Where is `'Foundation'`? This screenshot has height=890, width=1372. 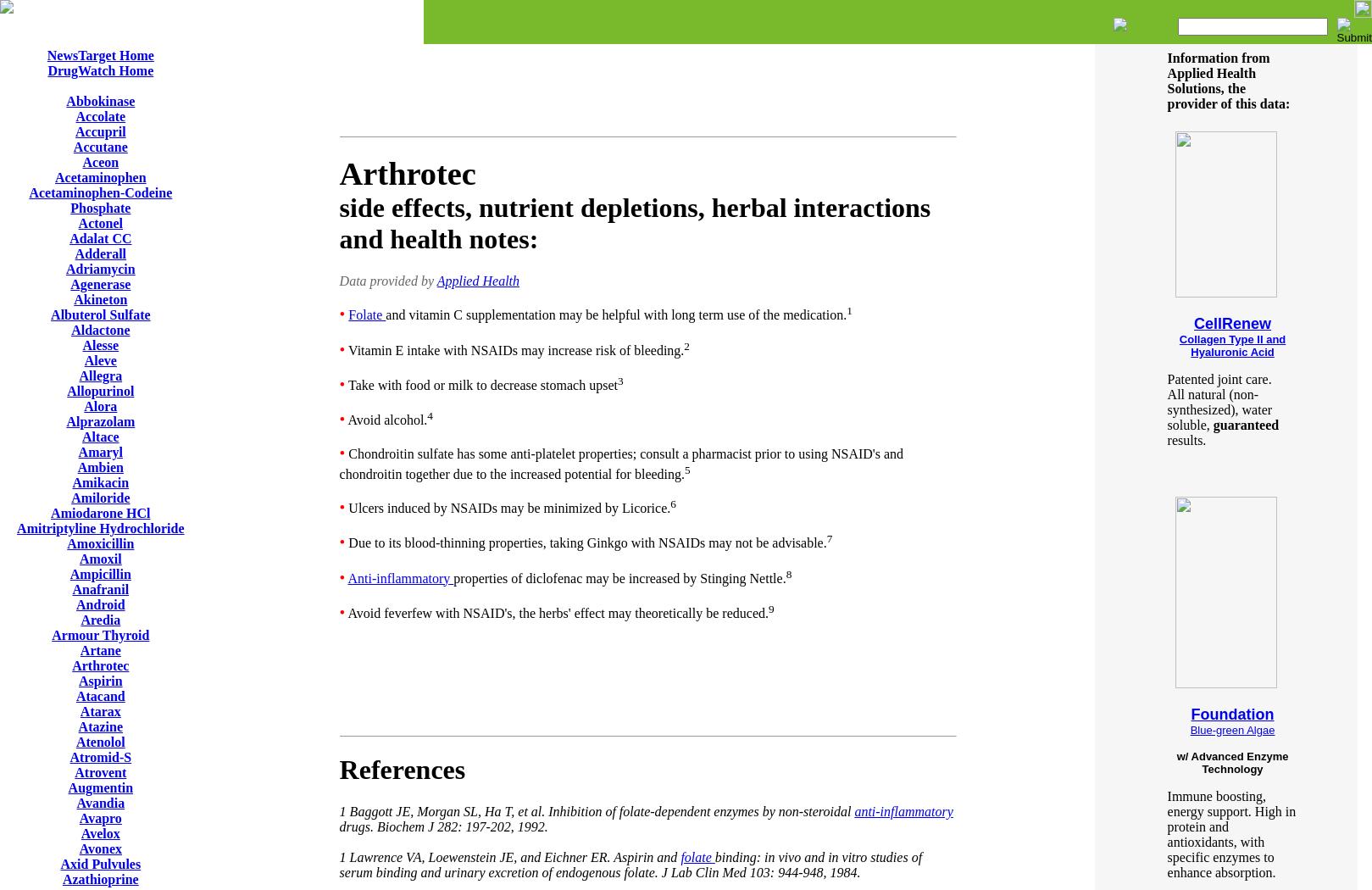 'Foundation' is located at coordinates (1190, 715).